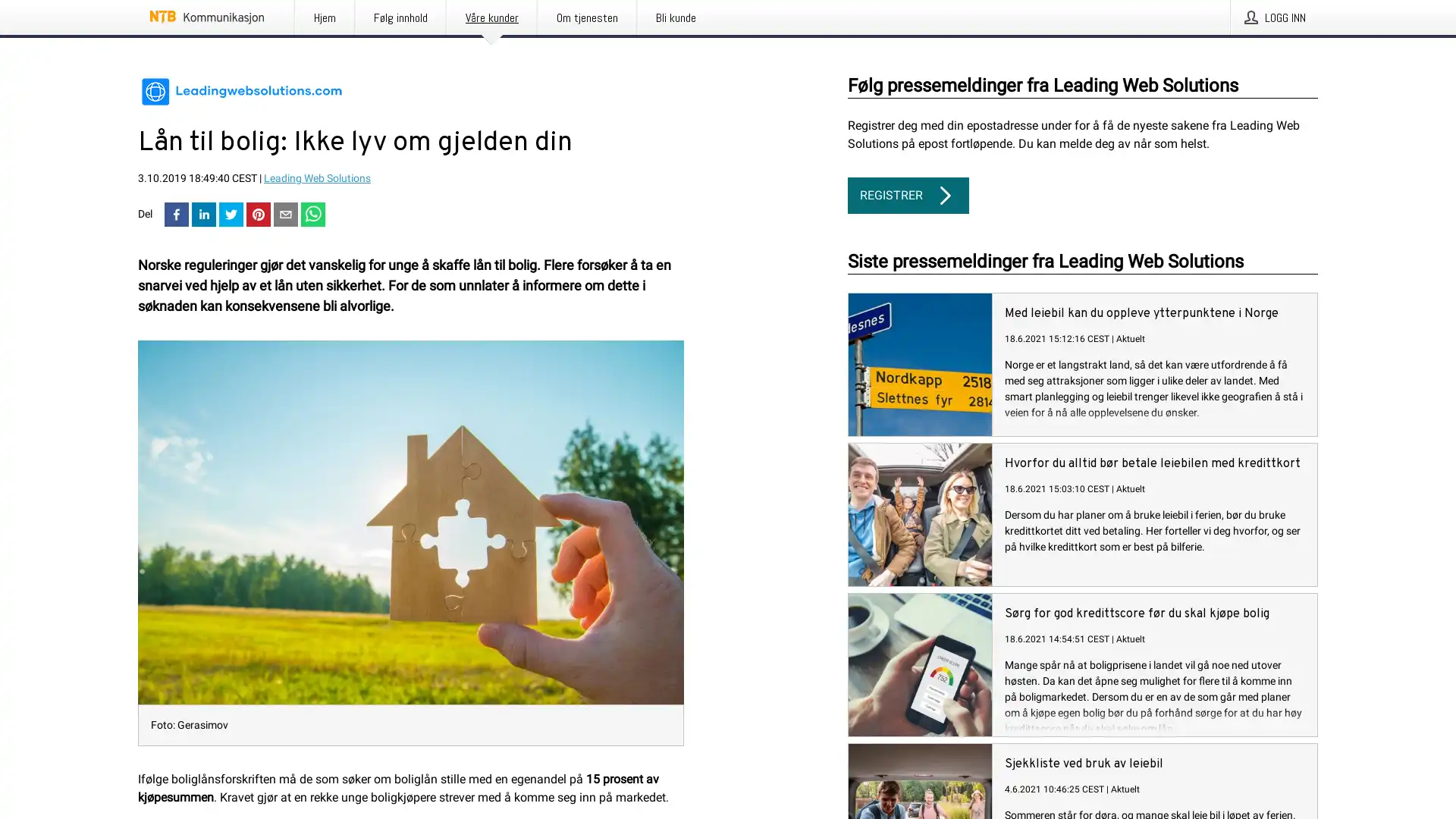  Describe the element at coordinates (177, 216) in the screenshot. I see `facebook` at that location.